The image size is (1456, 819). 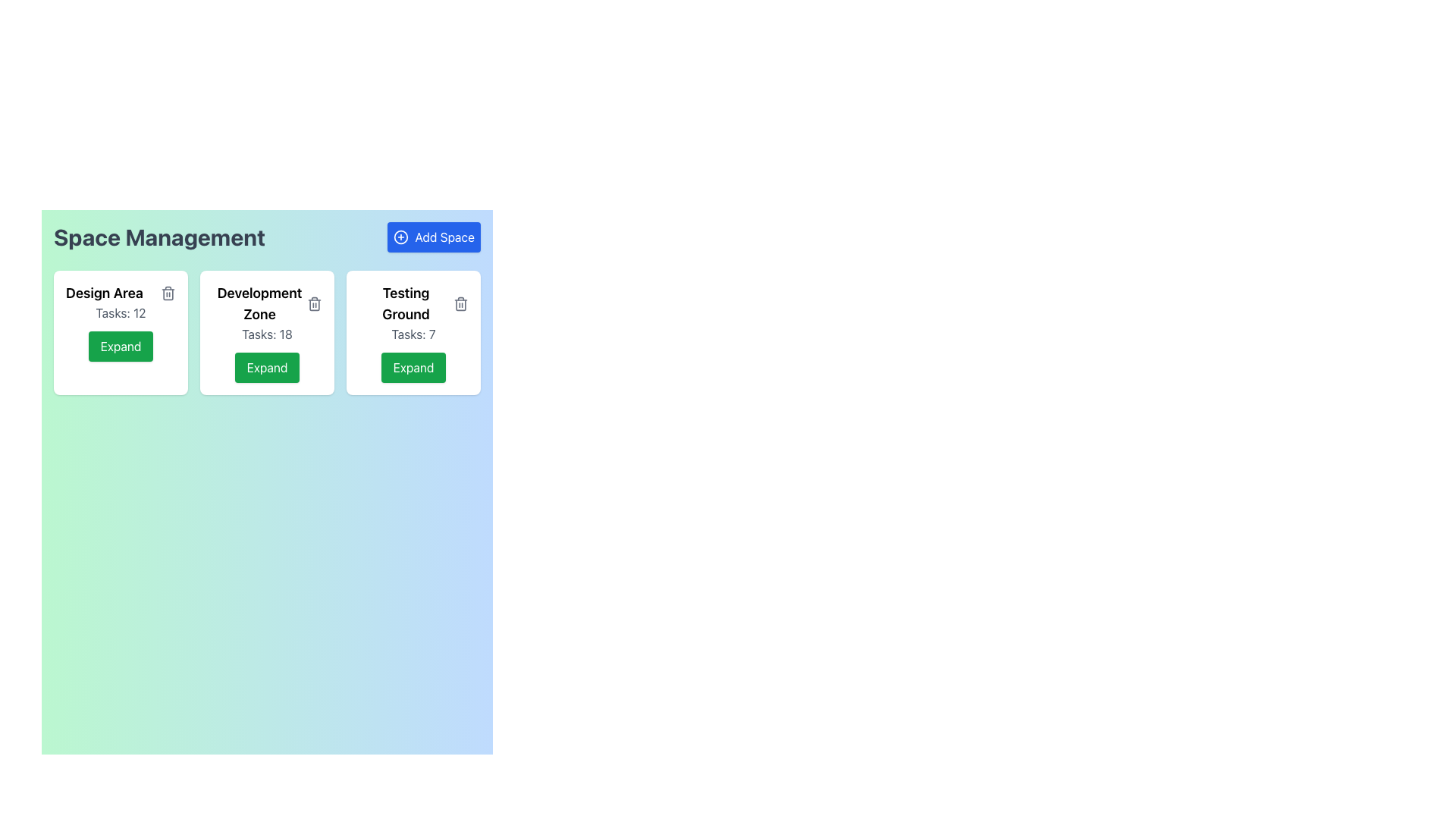 I want to click on the fourth button located below the 'Tasks: 12' label in the 'Design Area' section, so click(x=120, y=346).